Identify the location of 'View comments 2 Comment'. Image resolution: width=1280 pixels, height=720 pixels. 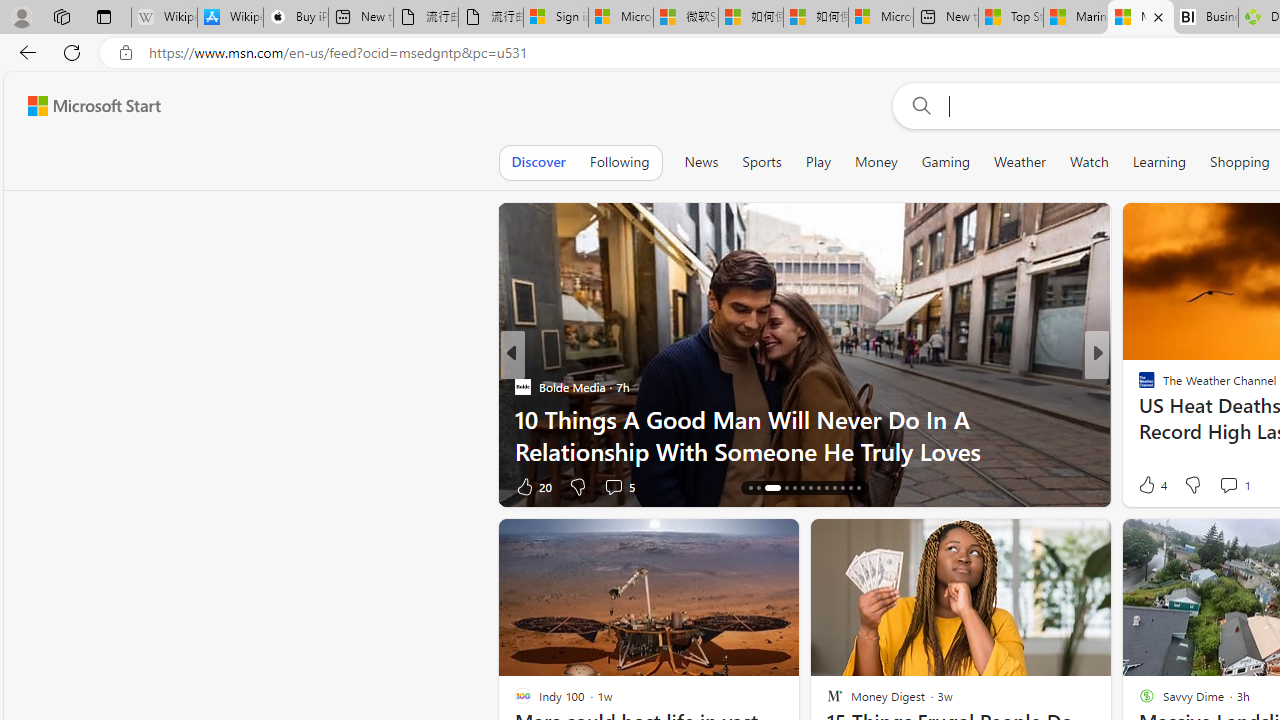
(1234, 486).